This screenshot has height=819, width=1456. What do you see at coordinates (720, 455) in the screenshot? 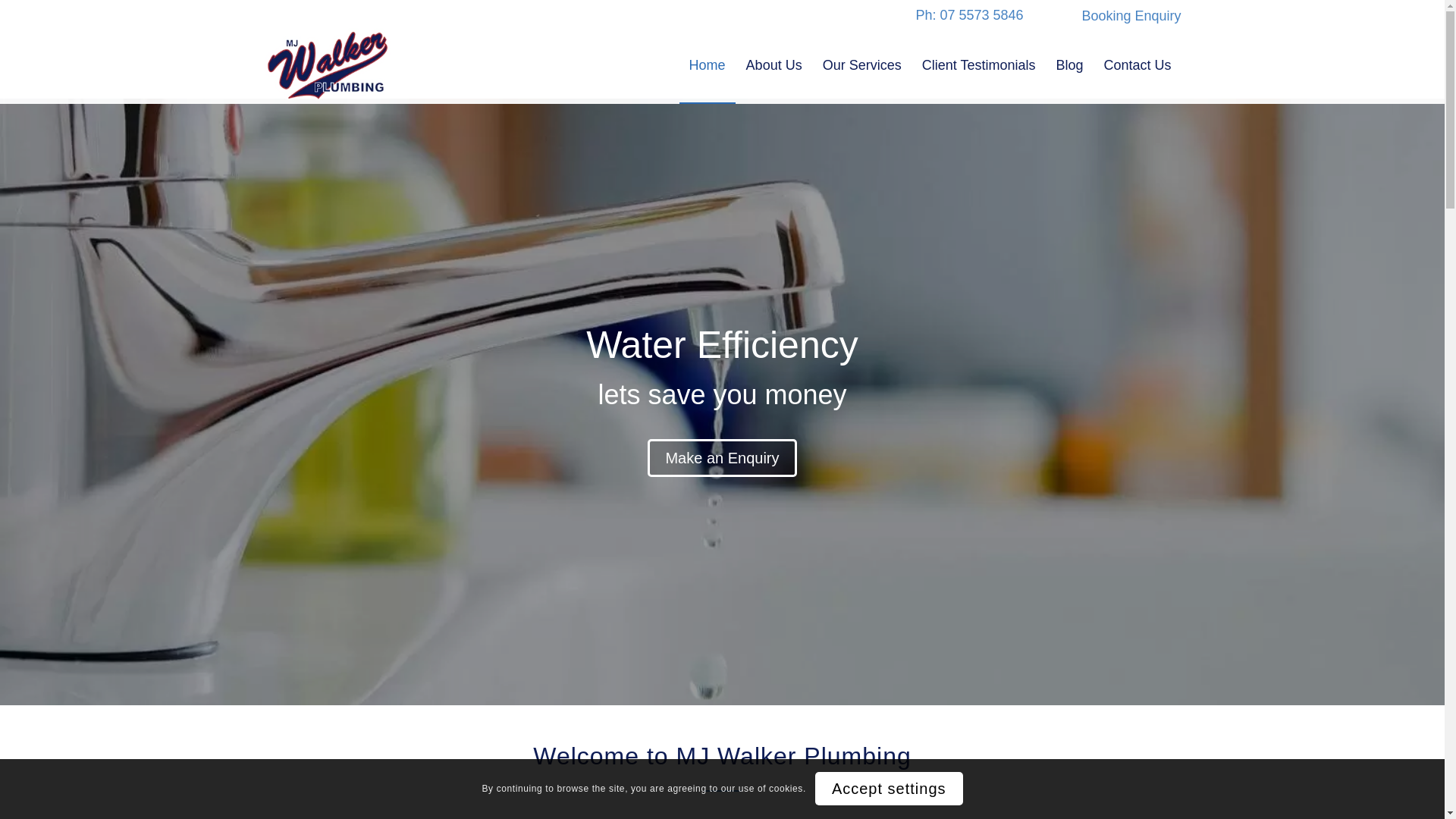
I see `'Make an Enquiry'` at bounding box center [720, 455].